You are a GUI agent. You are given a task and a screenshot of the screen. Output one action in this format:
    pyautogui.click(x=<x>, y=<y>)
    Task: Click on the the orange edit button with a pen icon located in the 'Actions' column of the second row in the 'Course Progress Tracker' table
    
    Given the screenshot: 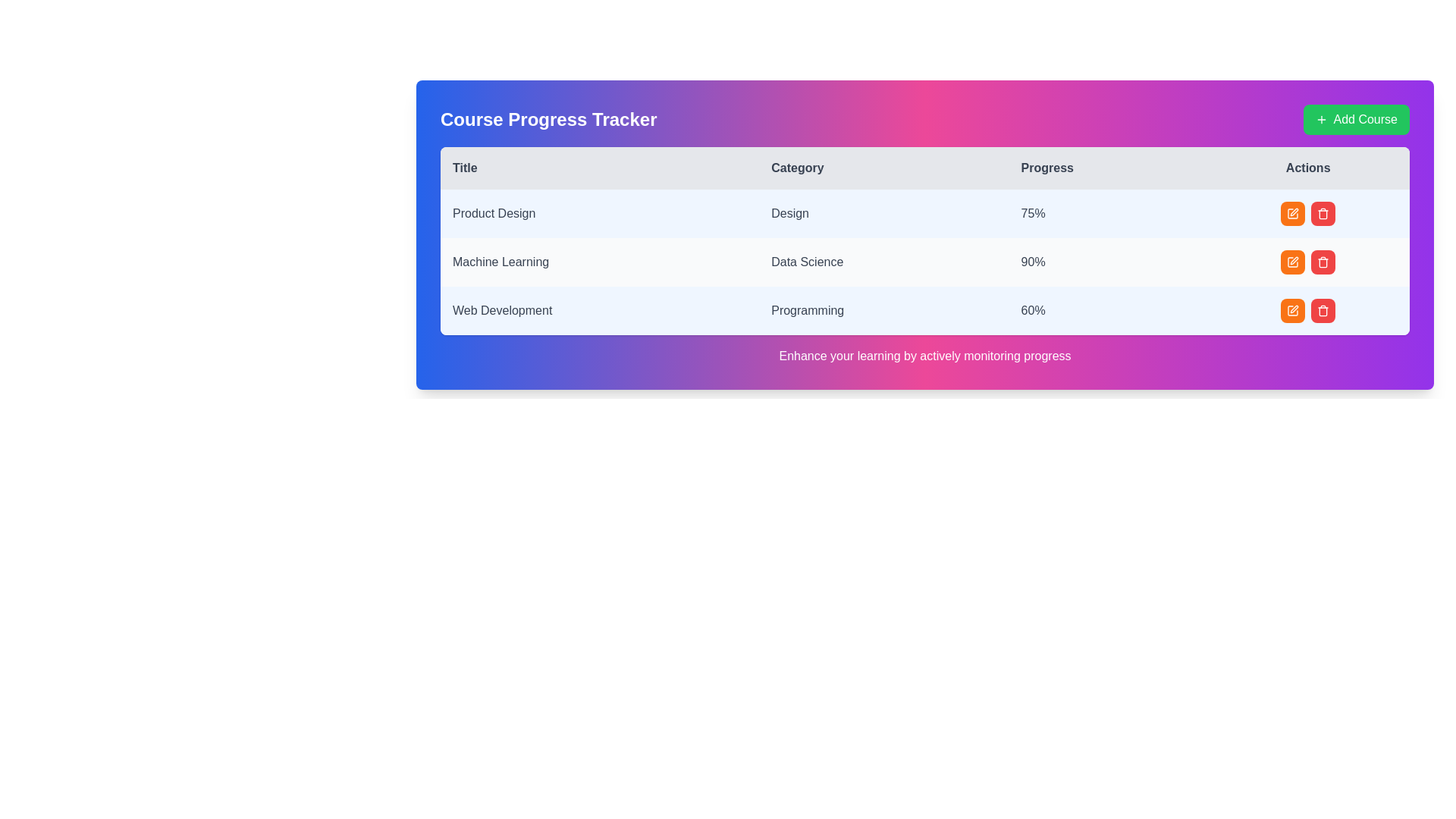 What is the action you would take?
    pyautogui.click(x=1292, y=262)
    